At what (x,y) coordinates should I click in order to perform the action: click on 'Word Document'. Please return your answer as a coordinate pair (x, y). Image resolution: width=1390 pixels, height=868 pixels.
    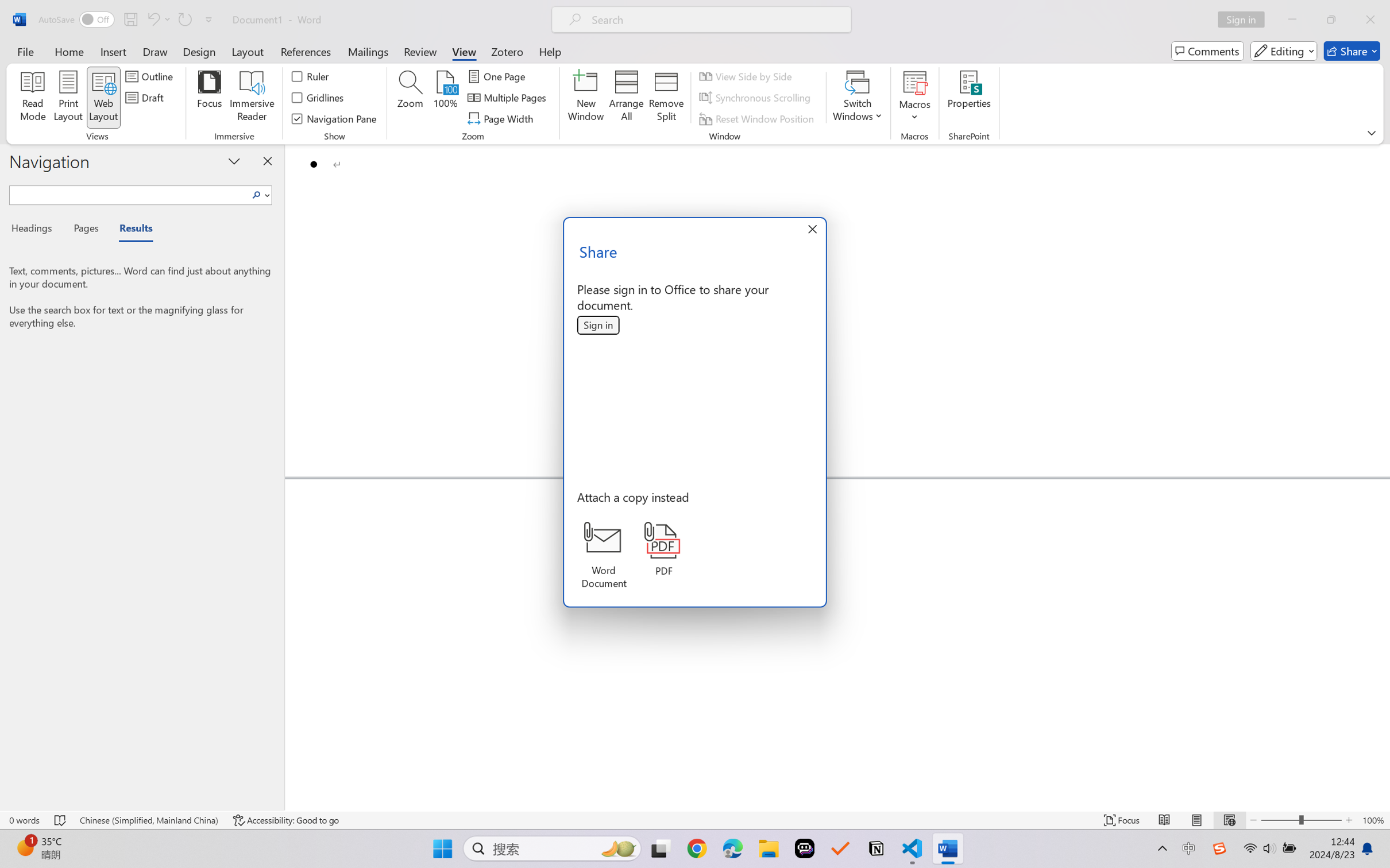
    Looking at the image, I should click on (603, 555).